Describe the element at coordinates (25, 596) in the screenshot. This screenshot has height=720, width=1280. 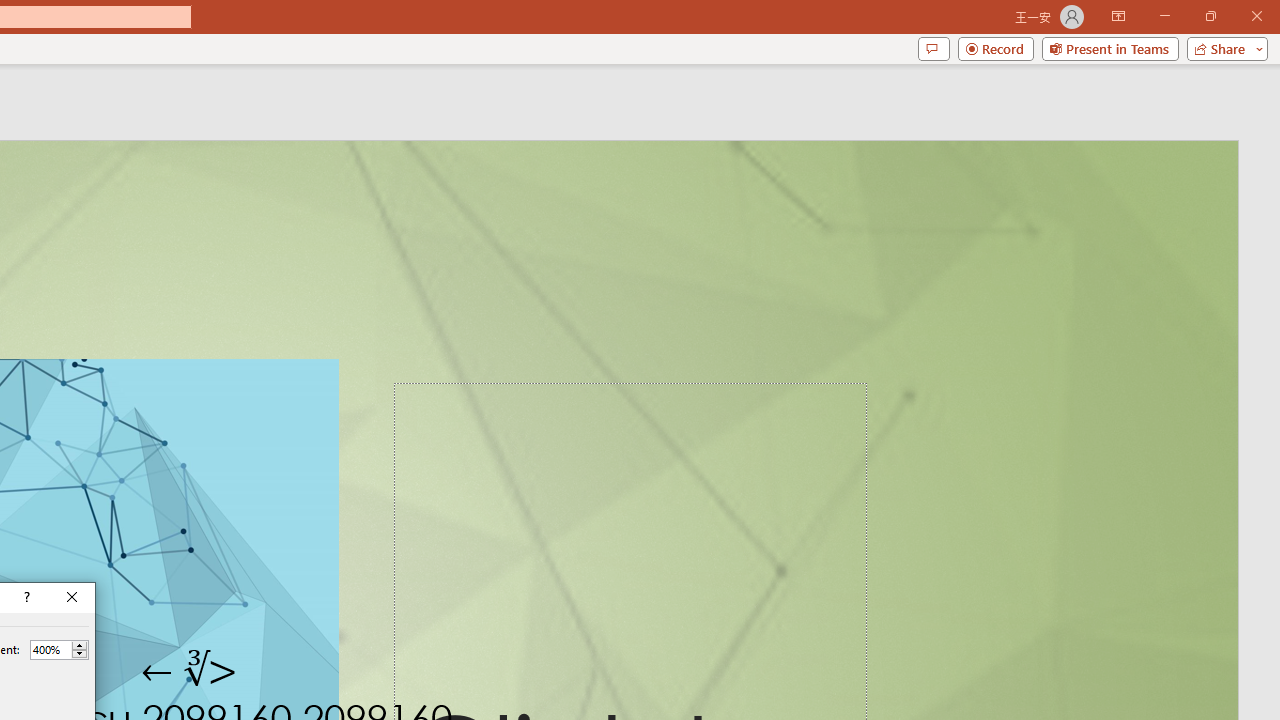
I see `'Context help'` at that location.